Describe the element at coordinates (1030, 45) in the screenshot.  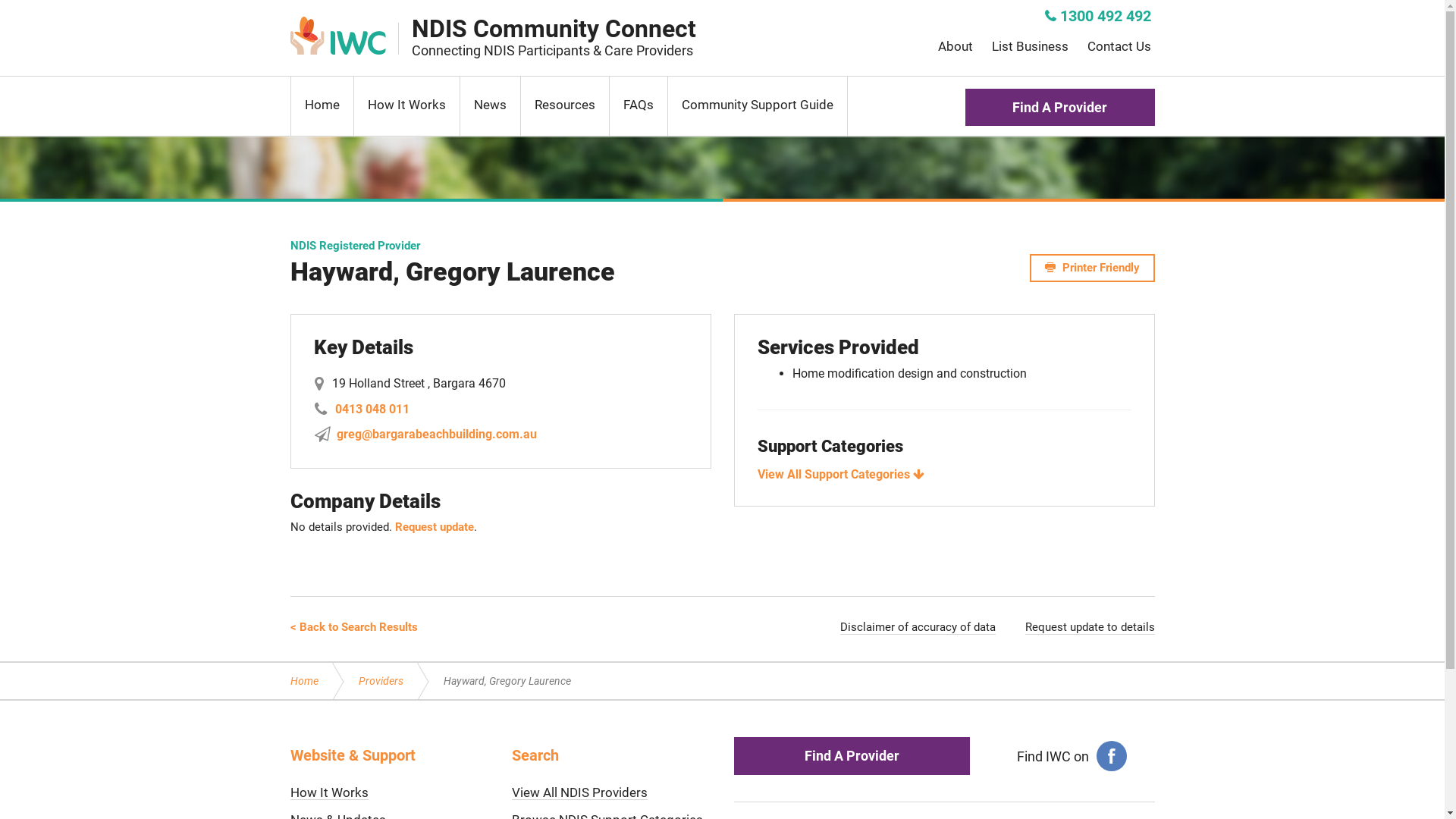
I see `'List Business'` at that location.